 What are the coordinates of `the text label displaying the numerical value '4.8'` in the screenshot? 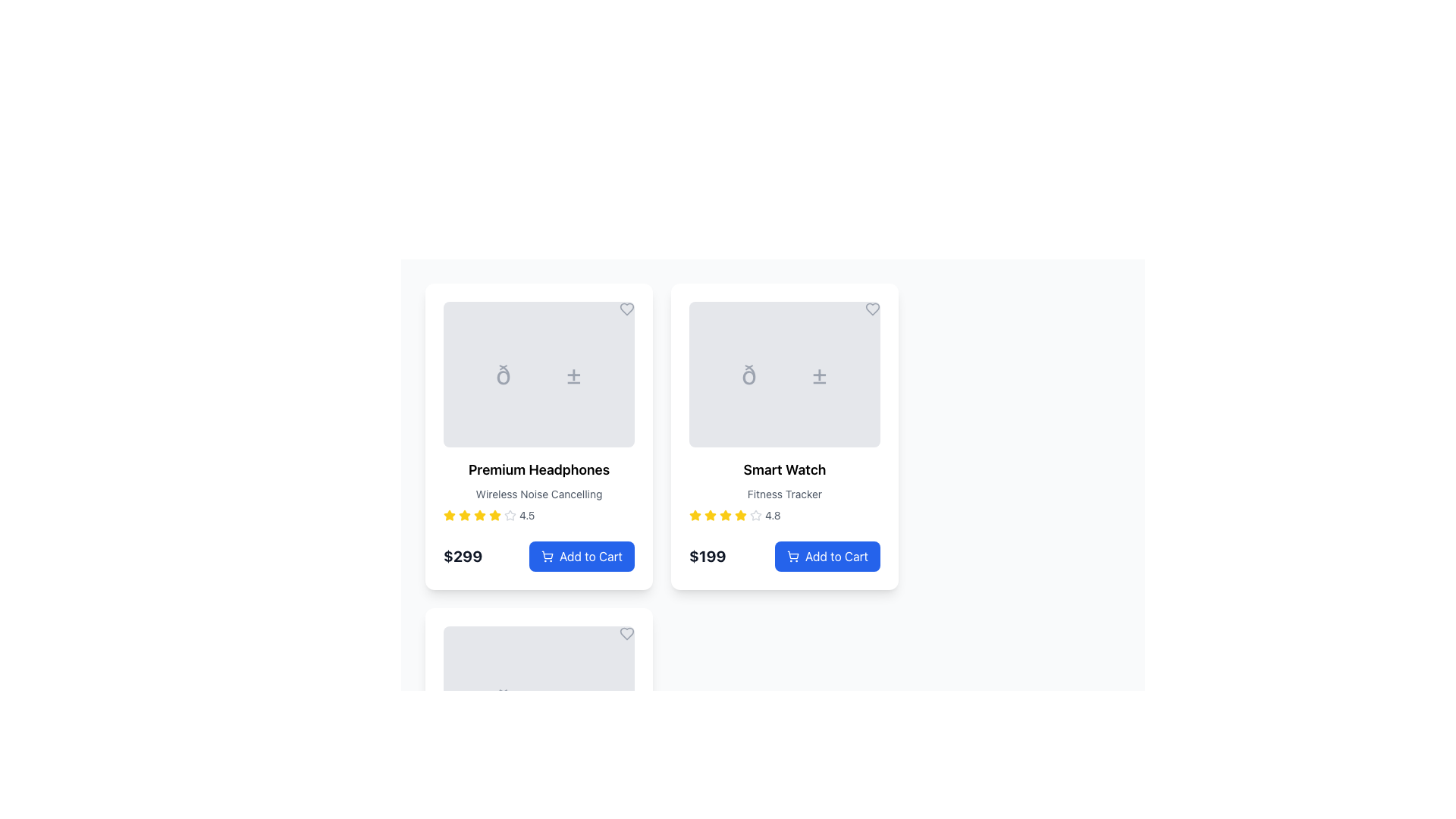 It's located at (773, 514).